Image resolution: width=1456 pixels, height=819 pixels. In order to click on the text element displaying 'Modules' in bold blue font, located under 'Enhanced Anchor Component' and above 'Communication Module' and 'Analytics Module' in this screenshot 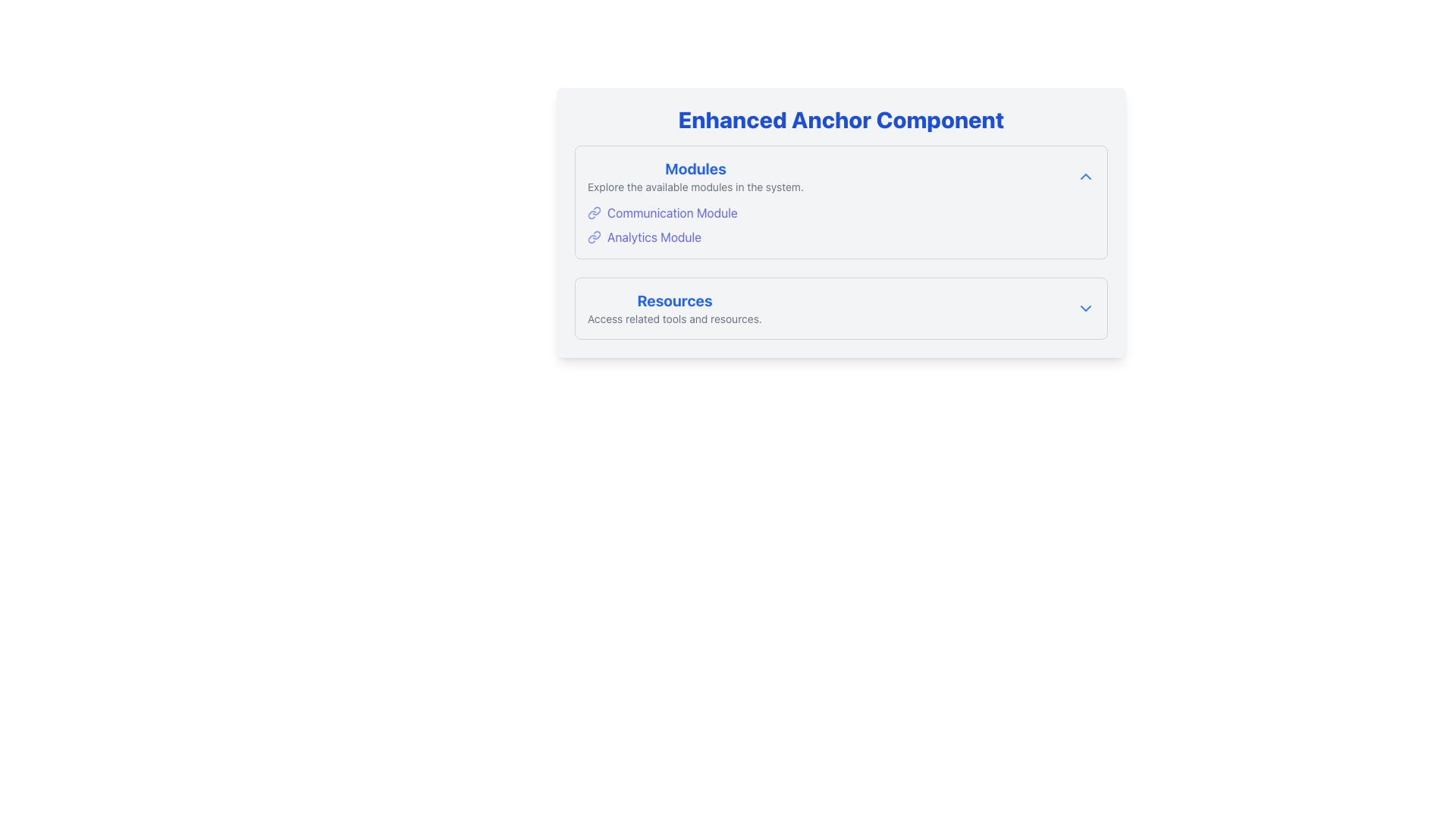, I will do `click(695, 175)`.